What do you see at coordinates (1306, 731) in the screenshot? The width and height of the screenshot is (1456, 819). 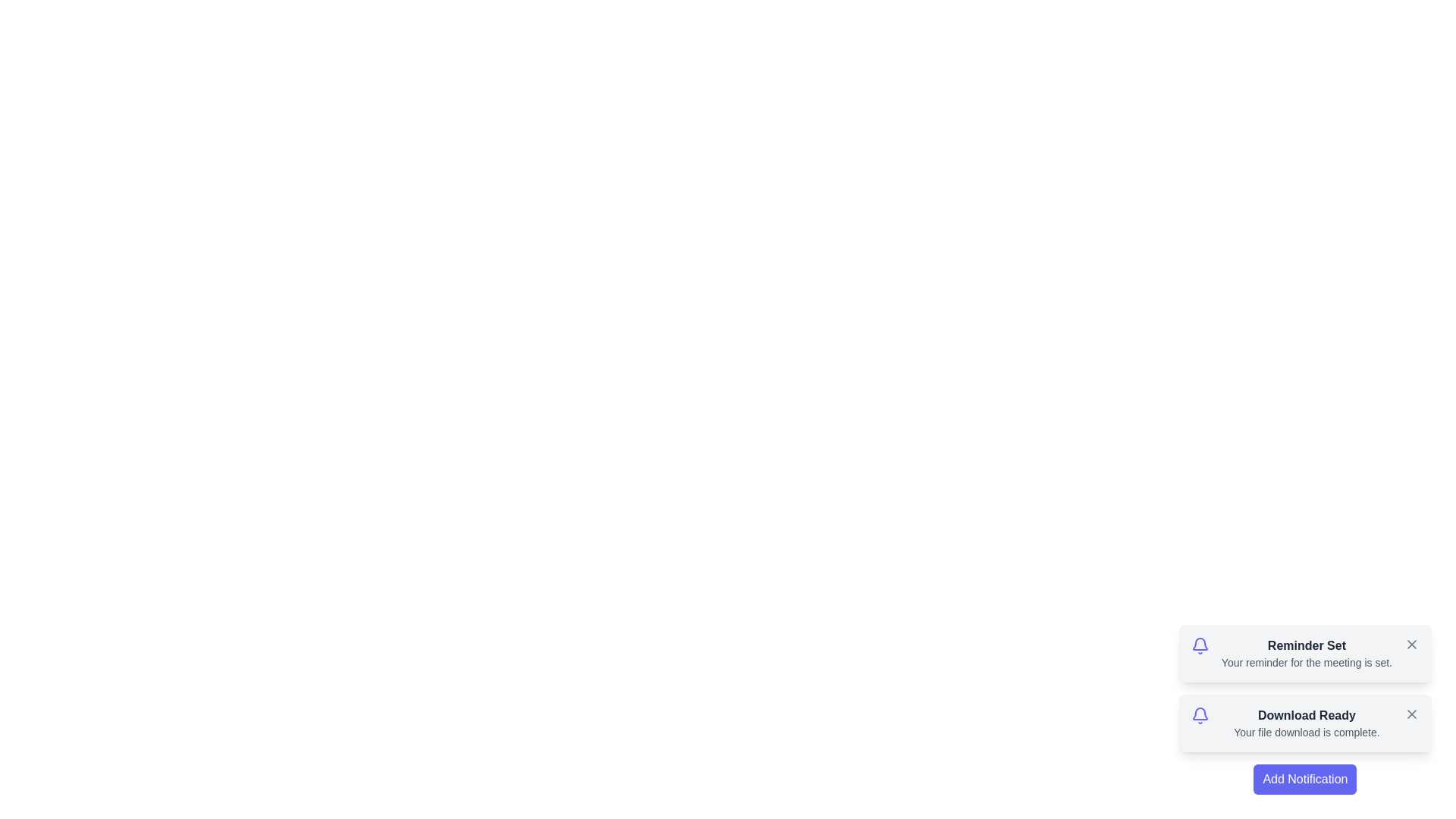 I see `text string 'Your file download is complete.' located below 'Download Ready' in the notification card at the lower right of the interface` at bounding box center [1306, 731].